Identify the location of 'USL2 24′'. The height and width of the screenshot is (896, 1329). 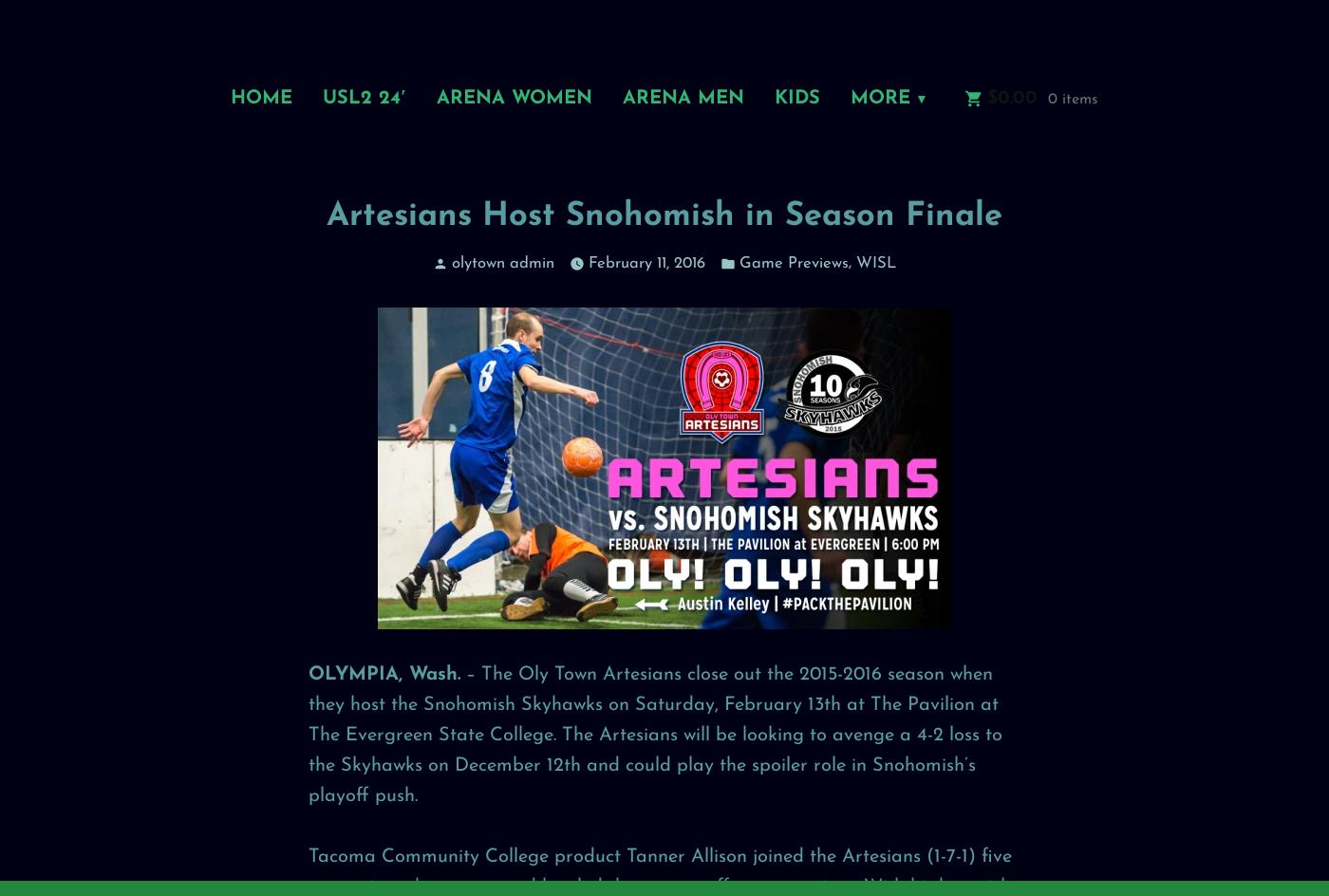
(364, 96).